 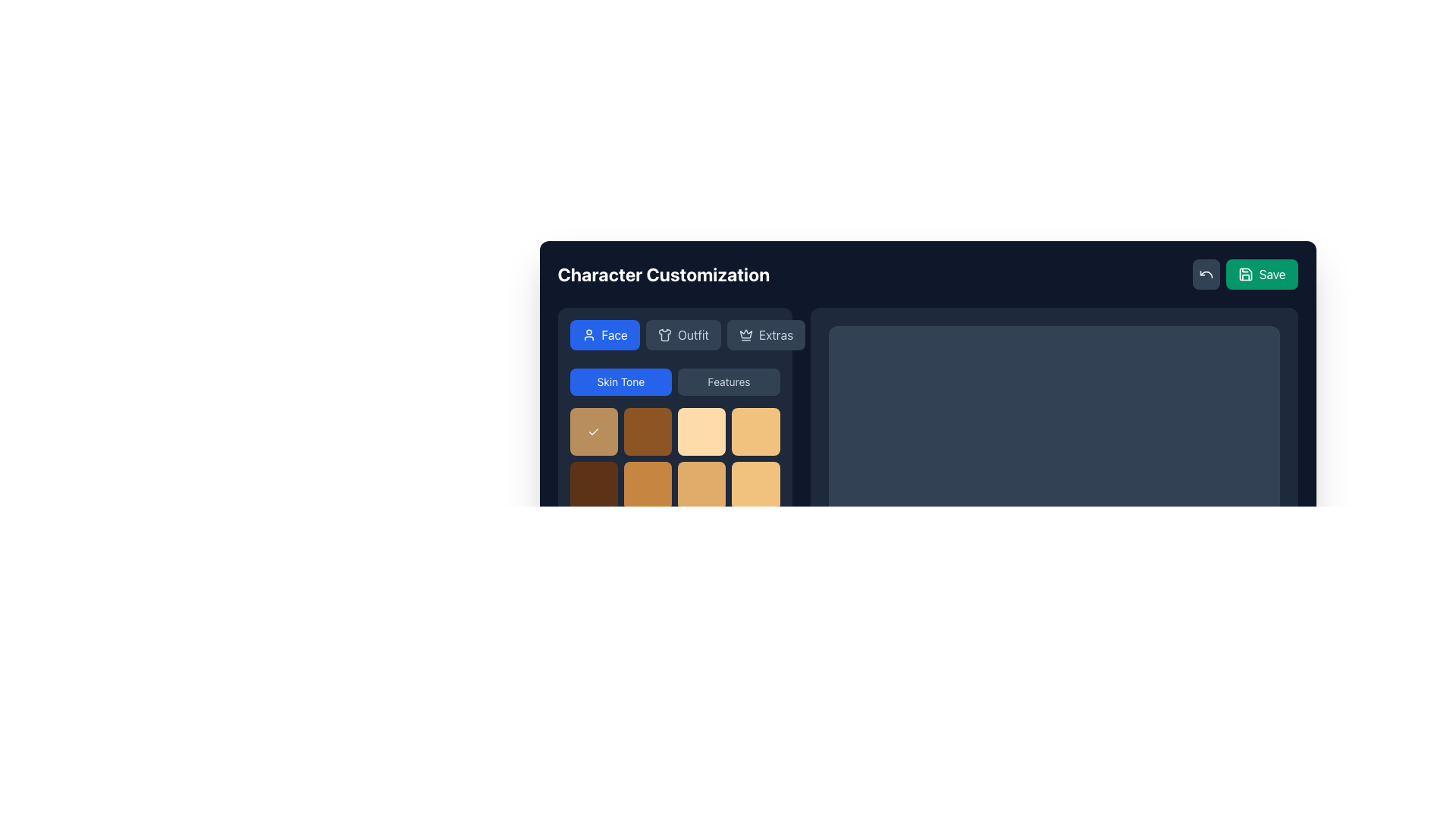 I want to click on the 'Extras' button icon, which visually represents additional customization options related to the crown theme, located to the right of the 'Outfit' button in the top horizontal menu bar, so click(x=745, y=334).